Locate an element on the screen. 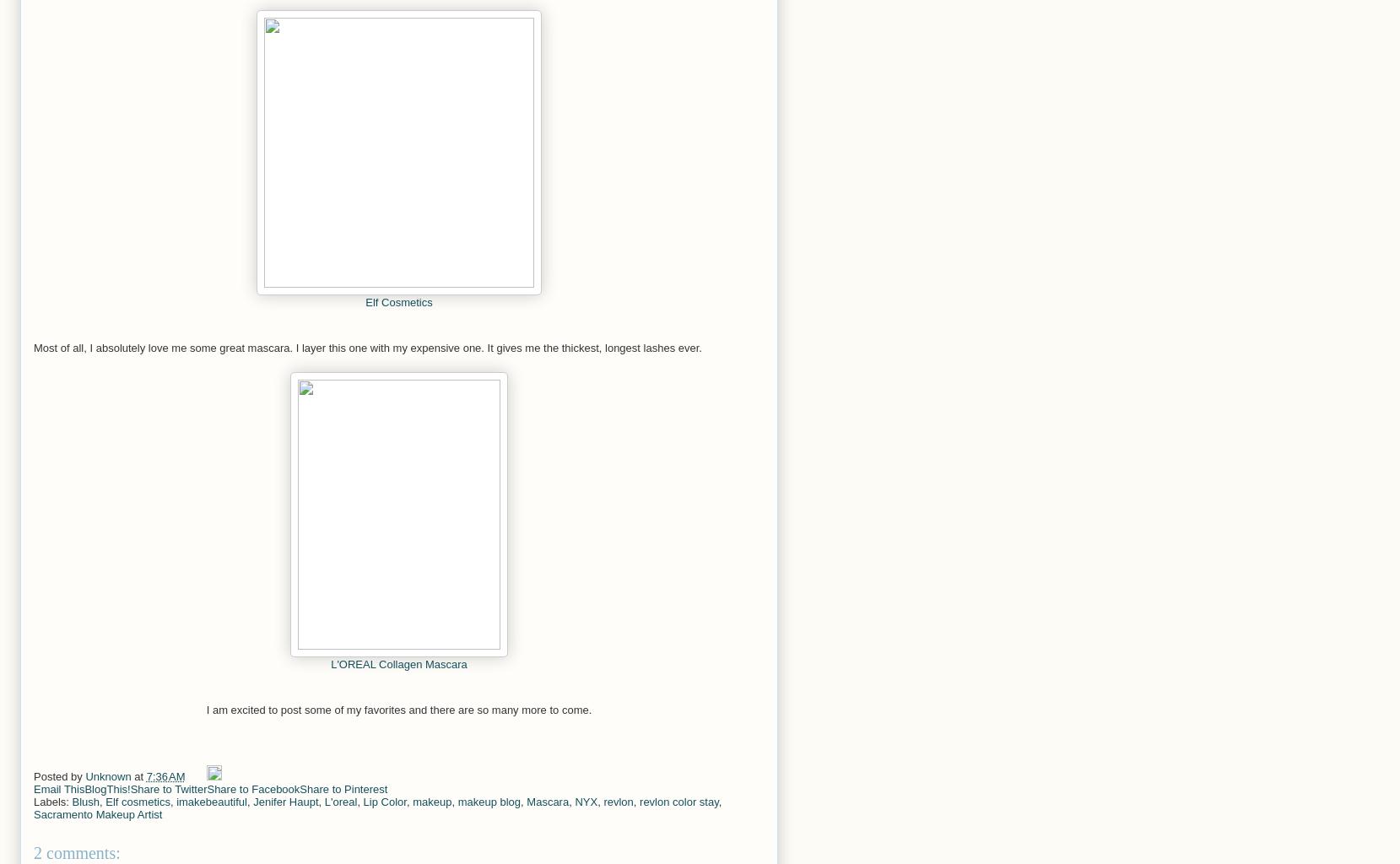 Image resolution: width=1400 pixels, height=864 pixels. 'Most of all, I absolutely love me some great mascara. I layer this one with my expensive one. It gives me the thickest, longest lashes ever.' is located at coordinates (367, 347).